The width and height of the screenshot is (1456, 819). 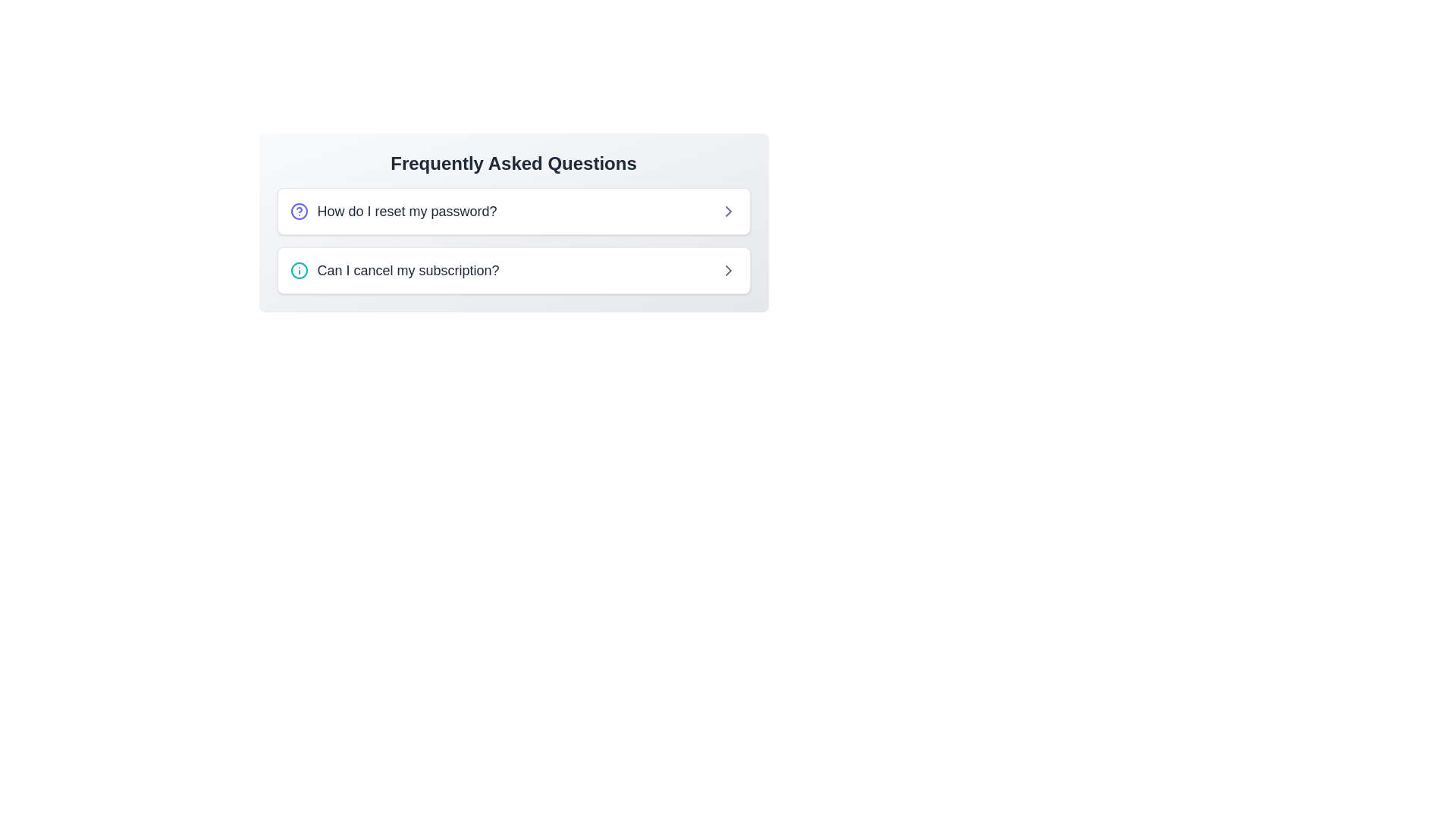 I want to click on the second interactive list item in the FAQ section labeled 'Can I cancel my subscription?', so click(x=513, y=270).